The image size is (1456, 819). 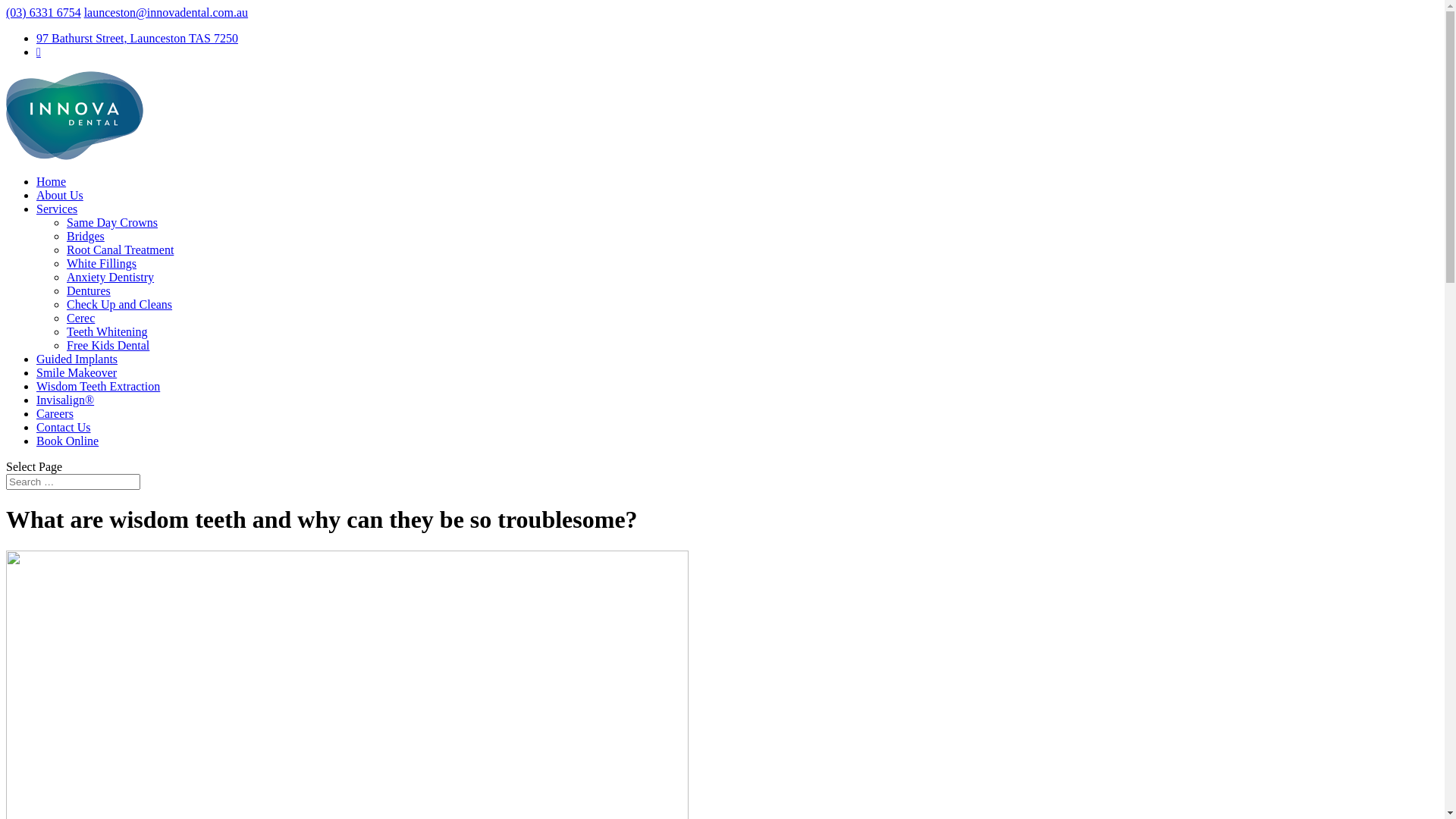 I want to click on 'White Fillings', so click(x=101, y=262).